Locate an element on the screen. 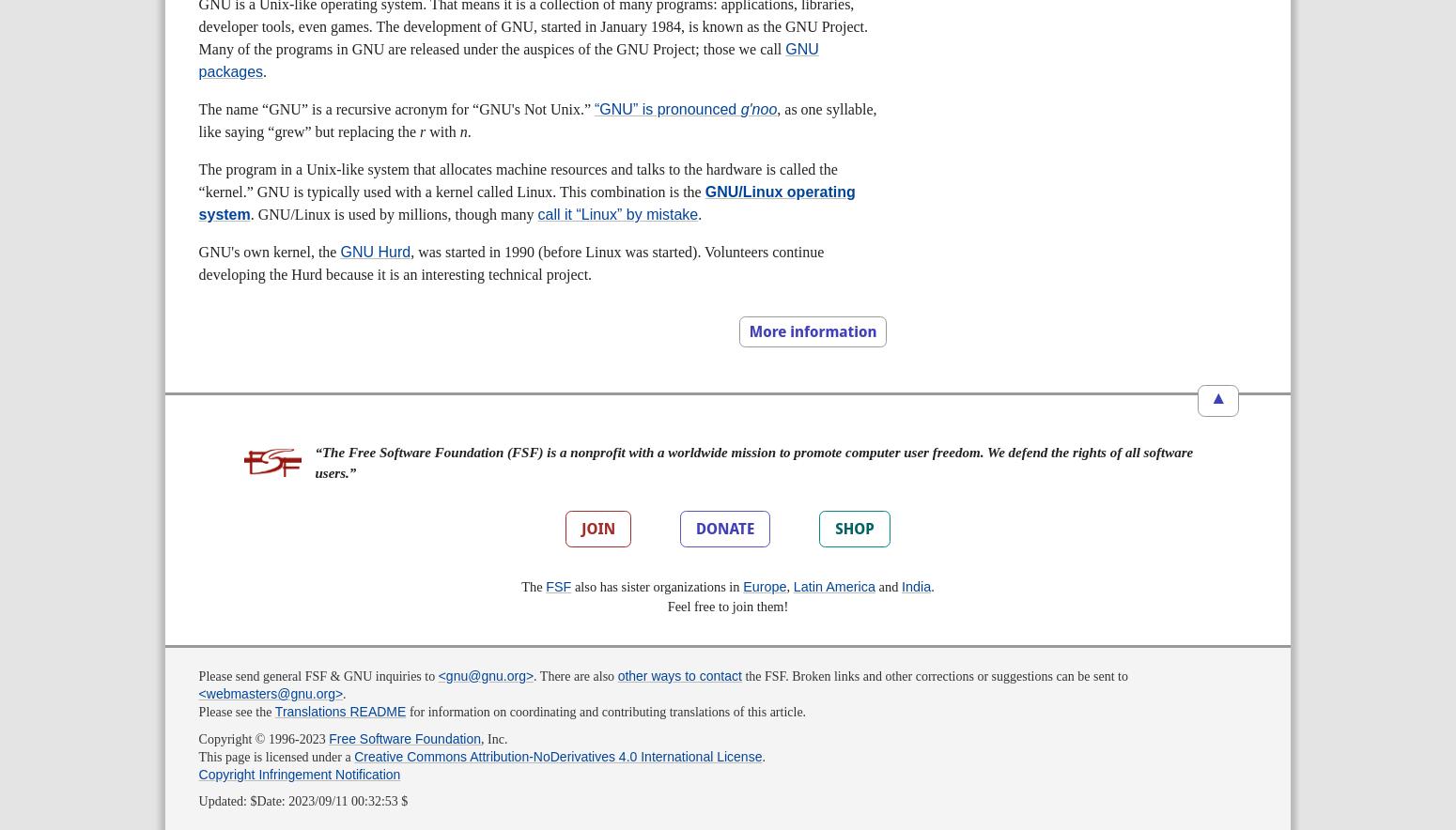  'India' is located at coordinates (914, 586).